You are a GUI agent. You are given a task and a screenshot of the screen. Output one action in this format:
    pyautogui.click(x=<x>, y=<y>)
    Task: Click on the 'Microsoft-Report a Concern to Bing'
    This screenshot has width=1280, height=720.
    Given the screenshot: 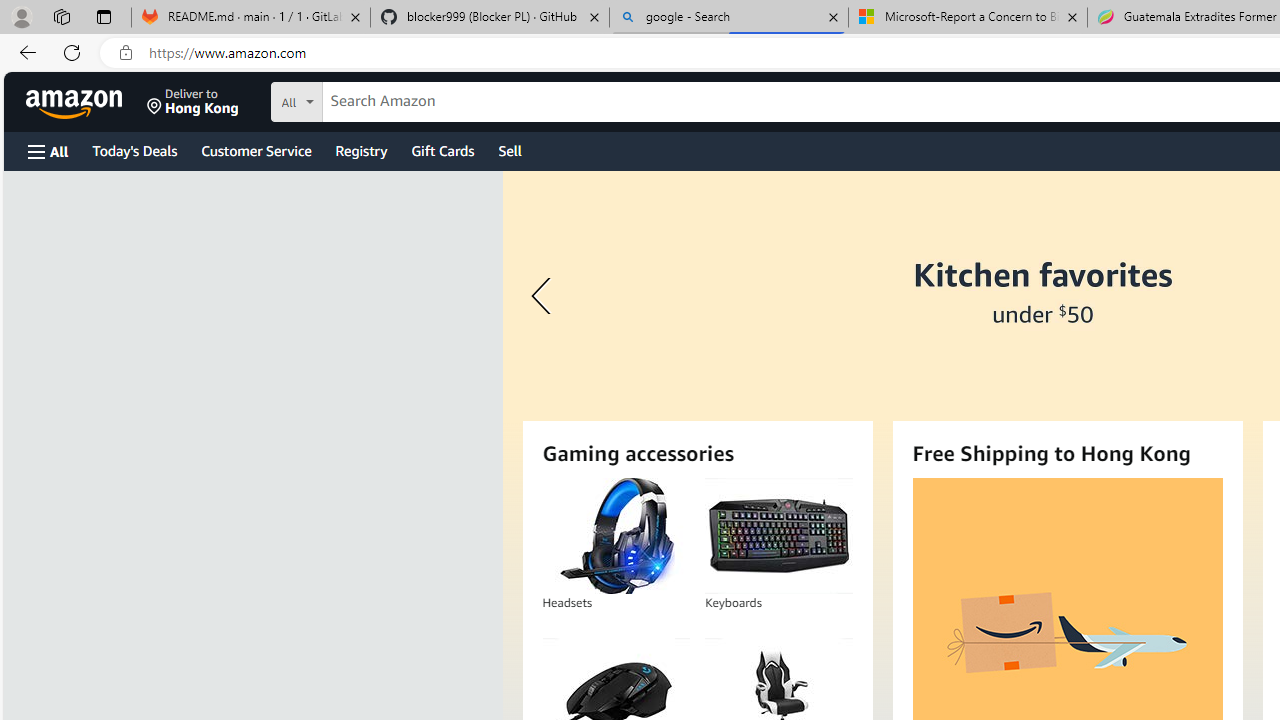 What is the action you would take?
    pyautogui.click(x=967, y=17)
    